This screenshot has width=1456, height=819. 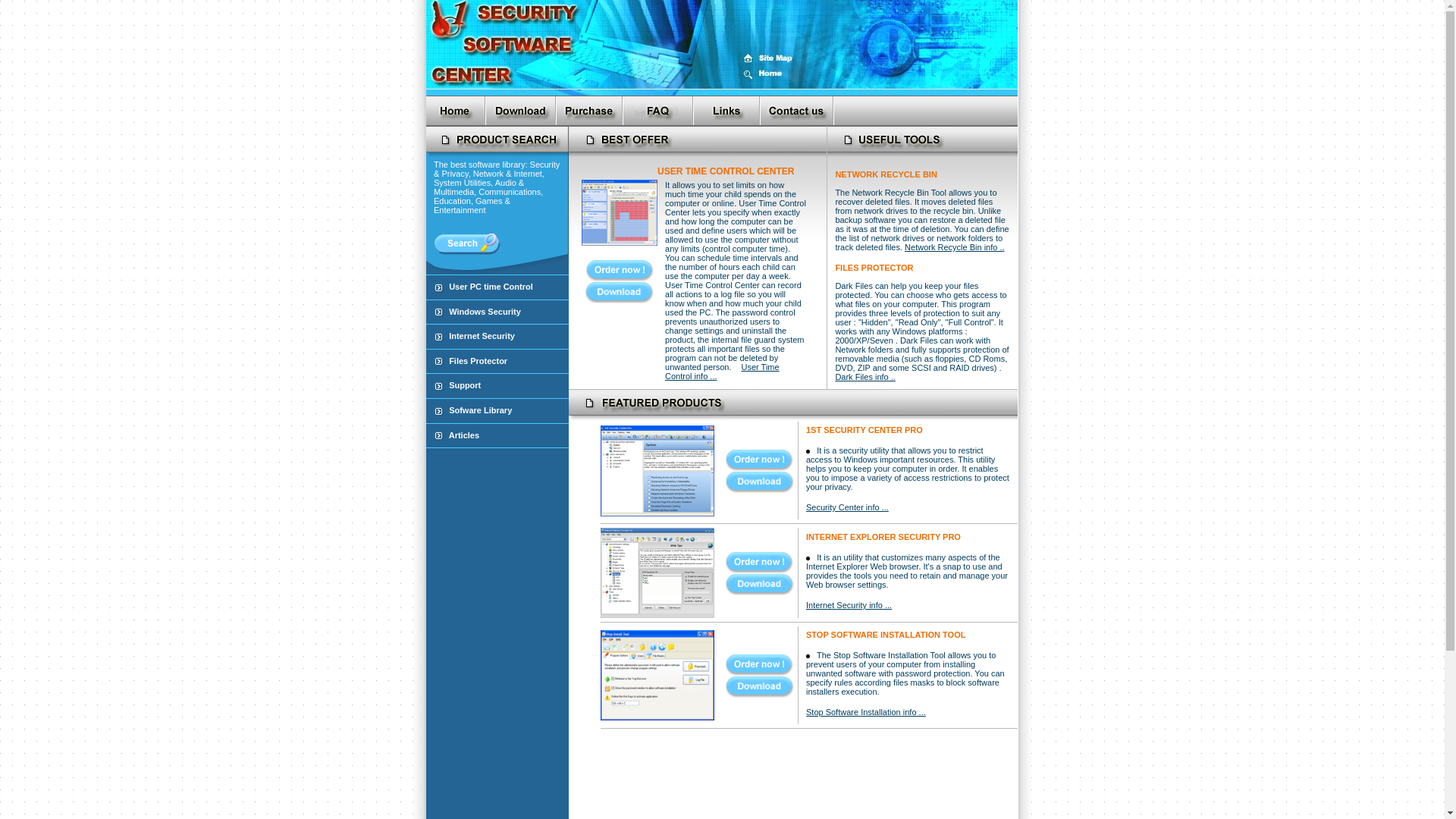 I want to click on 'User PC time Control', so click(x=491, y=287).